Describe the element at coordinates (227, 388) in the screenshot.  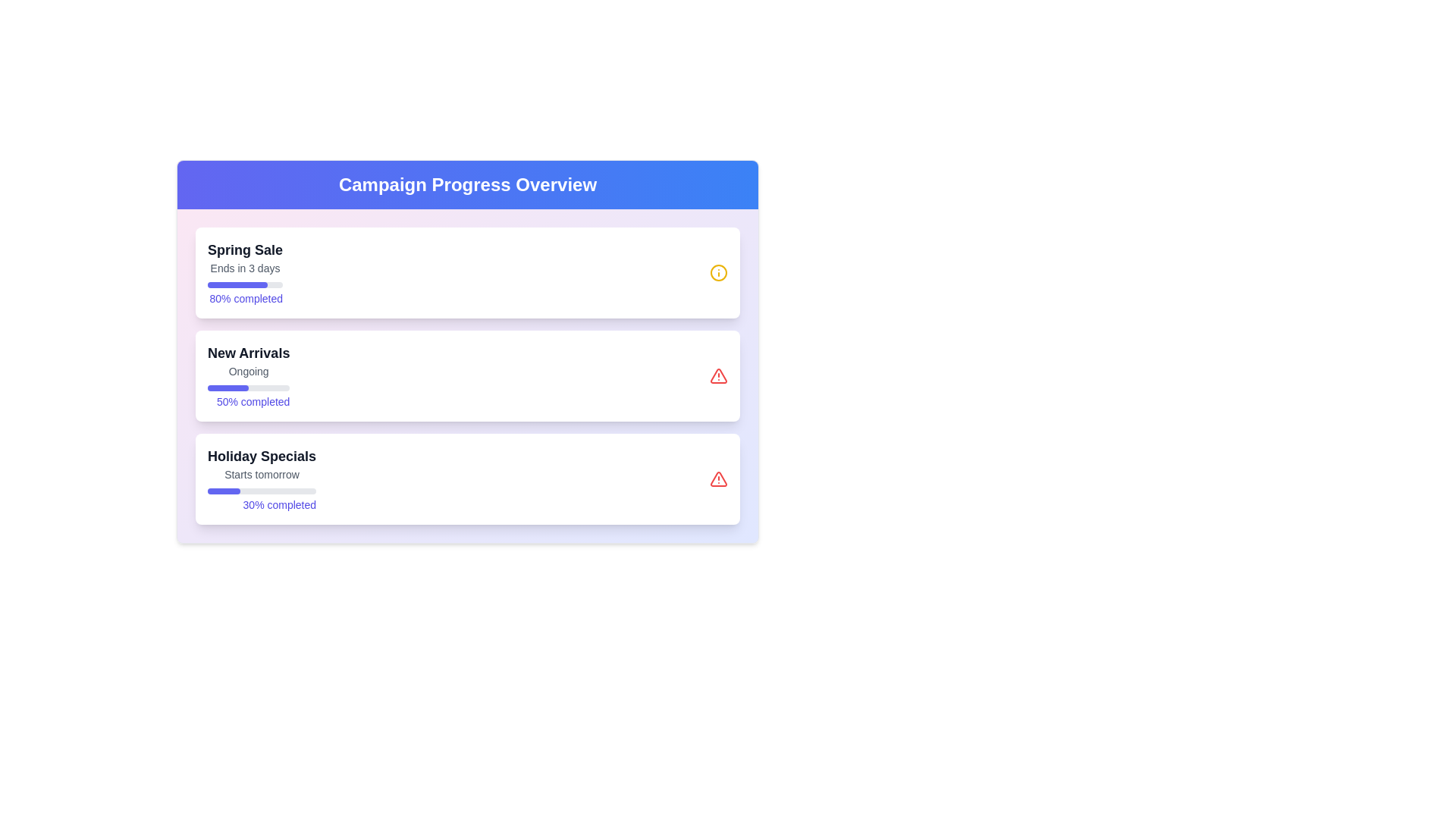
I see `the progress visually on the indigo progress bar segment that is filled to approximately 50% within the secondary progress bar of the 'New Arrivals' section, which is the second card in the middle of the campaign list` at that location.